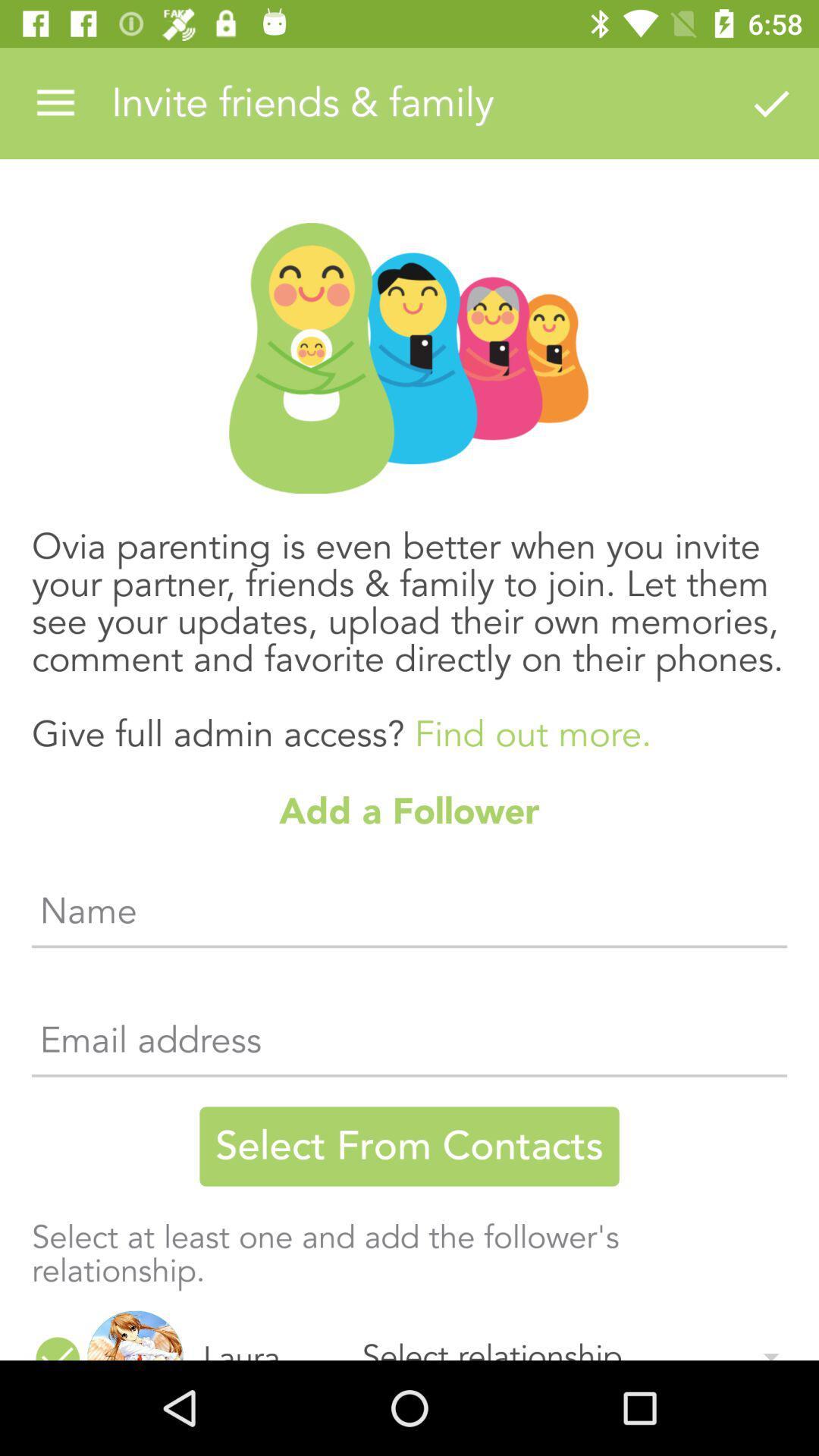 This screenshot has height=1456, width=819. I want to click on the item to the right of invite friends & family icon, so click(771, 102).